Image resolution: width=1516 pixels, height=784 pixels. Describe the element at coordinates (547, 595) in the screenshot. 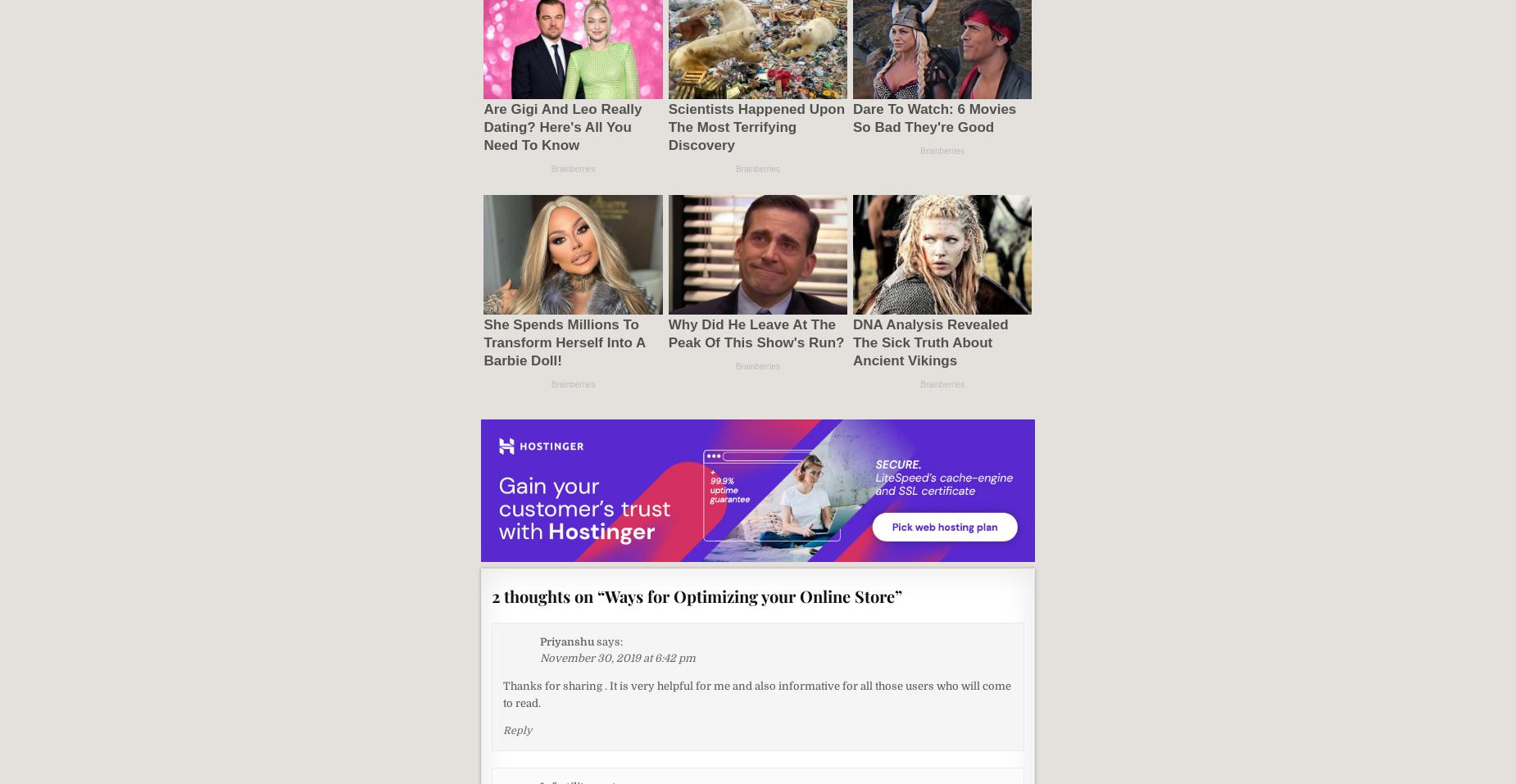

I see `'2 thoughts on “'` at that location.